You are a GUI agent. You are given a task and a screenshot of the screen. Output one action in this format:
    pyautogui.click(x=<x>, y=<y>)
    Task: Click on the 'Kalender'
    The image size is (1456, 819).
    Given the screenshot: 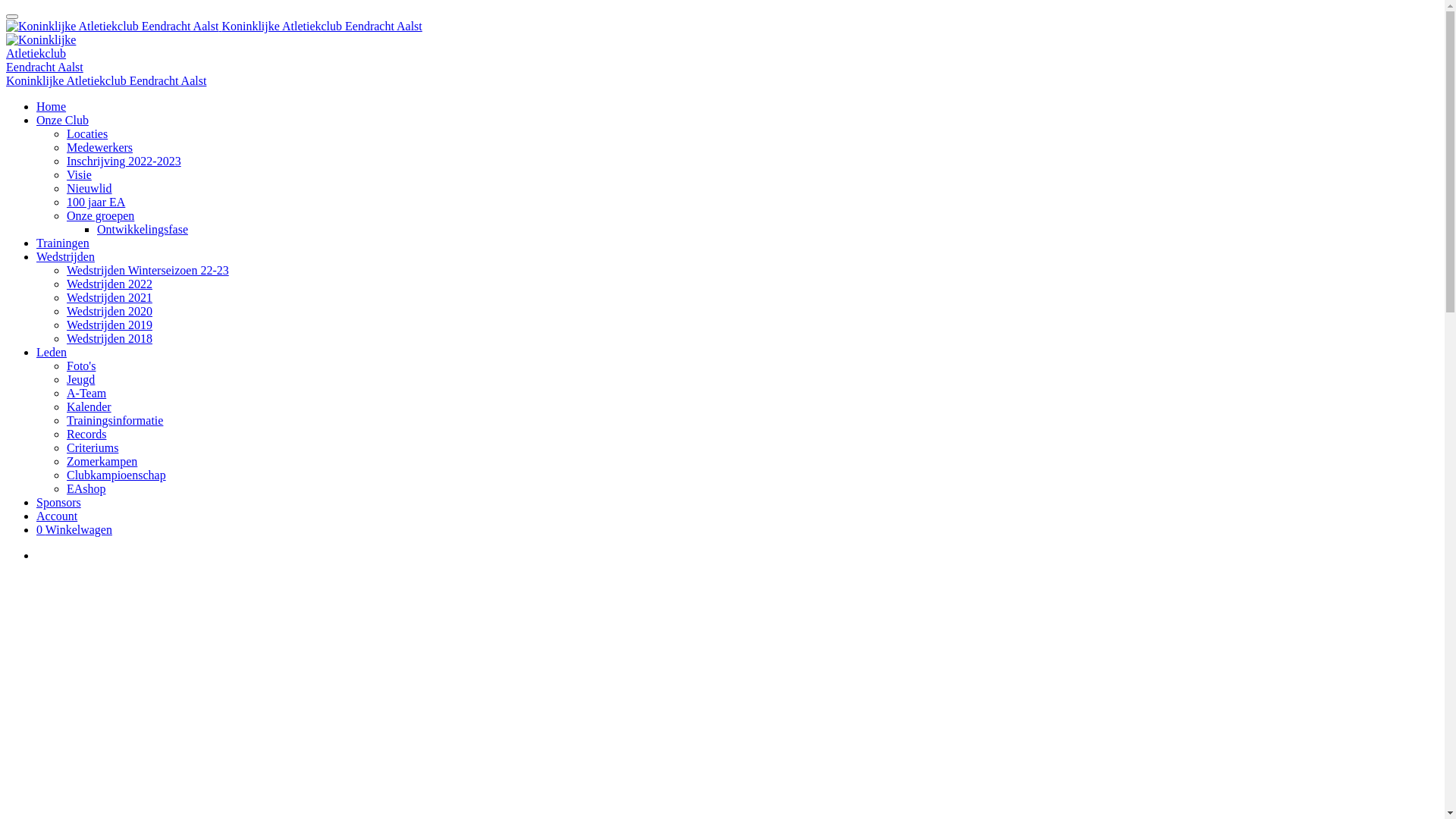 What is the action you would take?
    pyautogui.click(x=88, y=406)
    